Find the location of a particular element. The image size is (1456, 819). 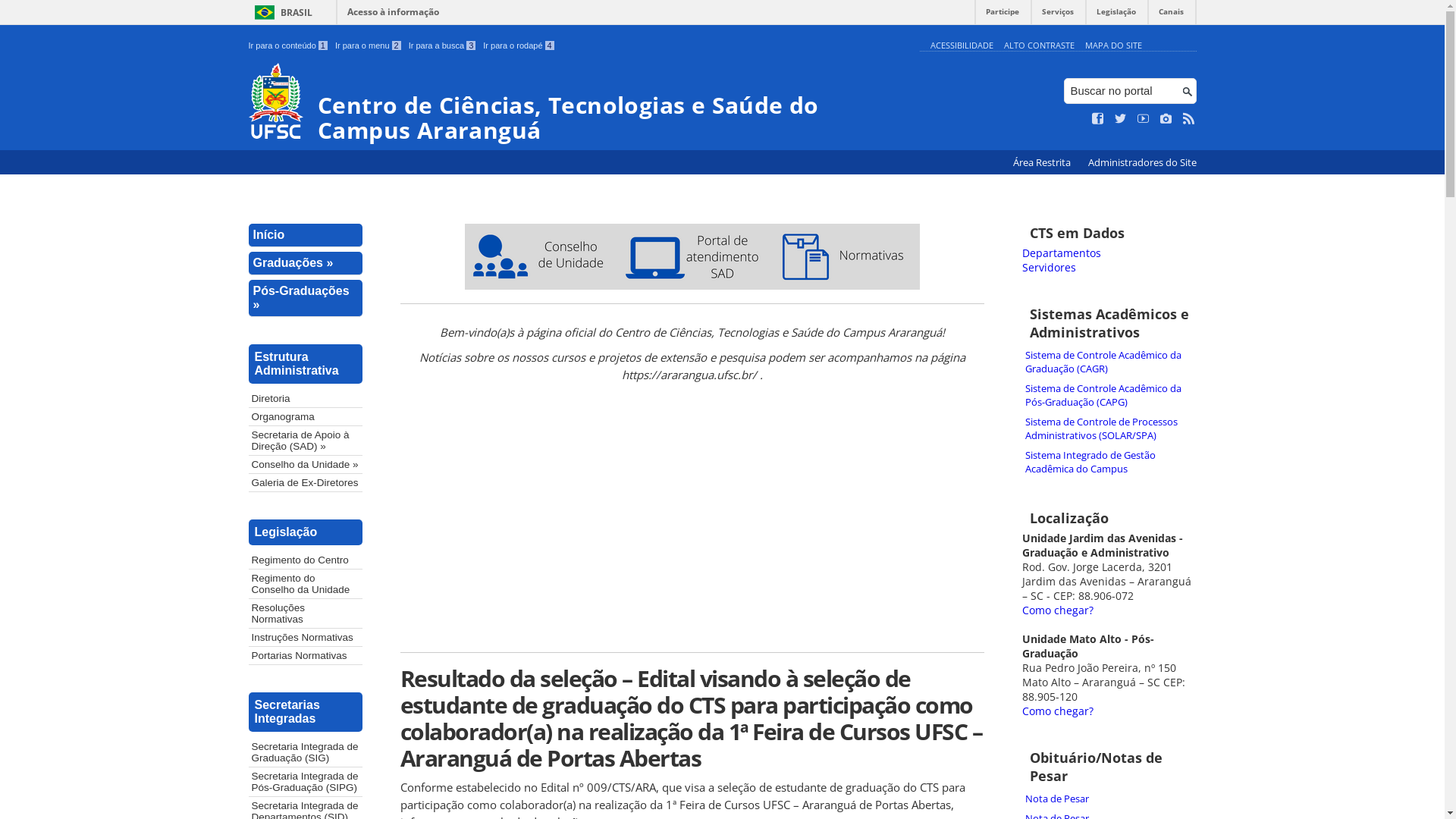

'Canais' is located at coordinates (1147, 15).